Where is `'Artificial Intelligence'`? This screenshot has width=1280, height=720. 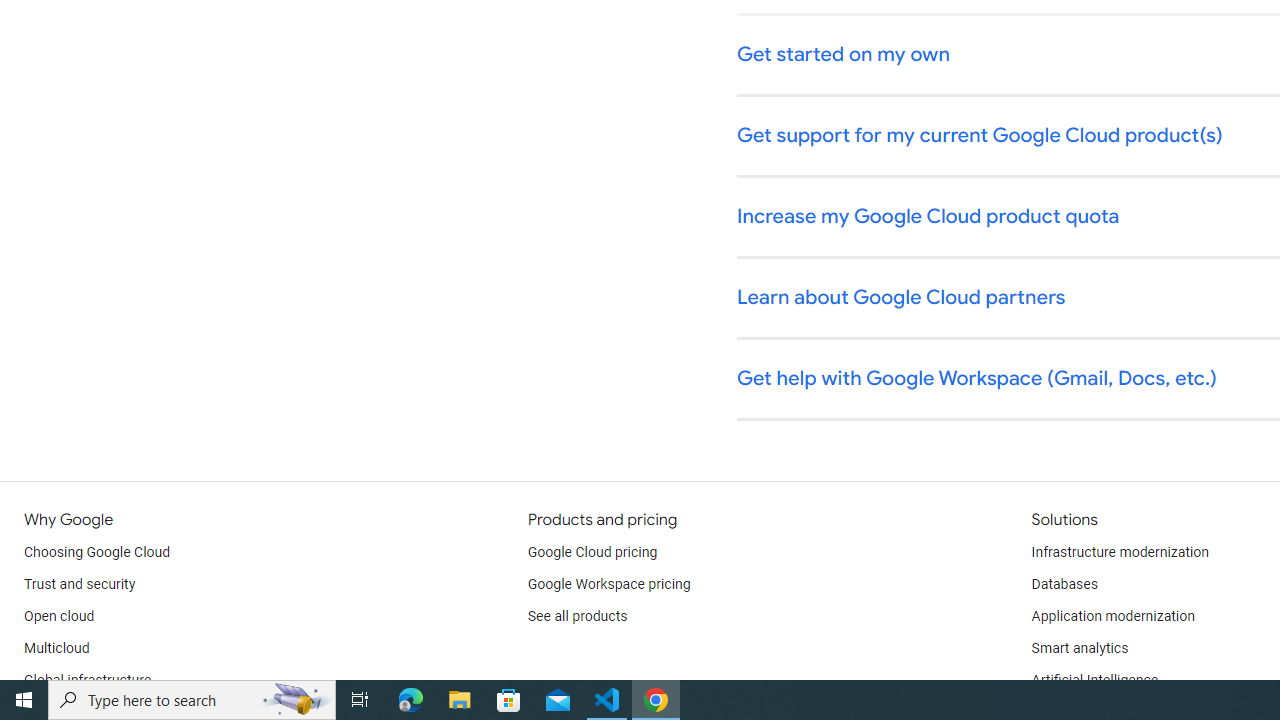
'Artificial Intelligence' is located at coordinates (1093, 680).